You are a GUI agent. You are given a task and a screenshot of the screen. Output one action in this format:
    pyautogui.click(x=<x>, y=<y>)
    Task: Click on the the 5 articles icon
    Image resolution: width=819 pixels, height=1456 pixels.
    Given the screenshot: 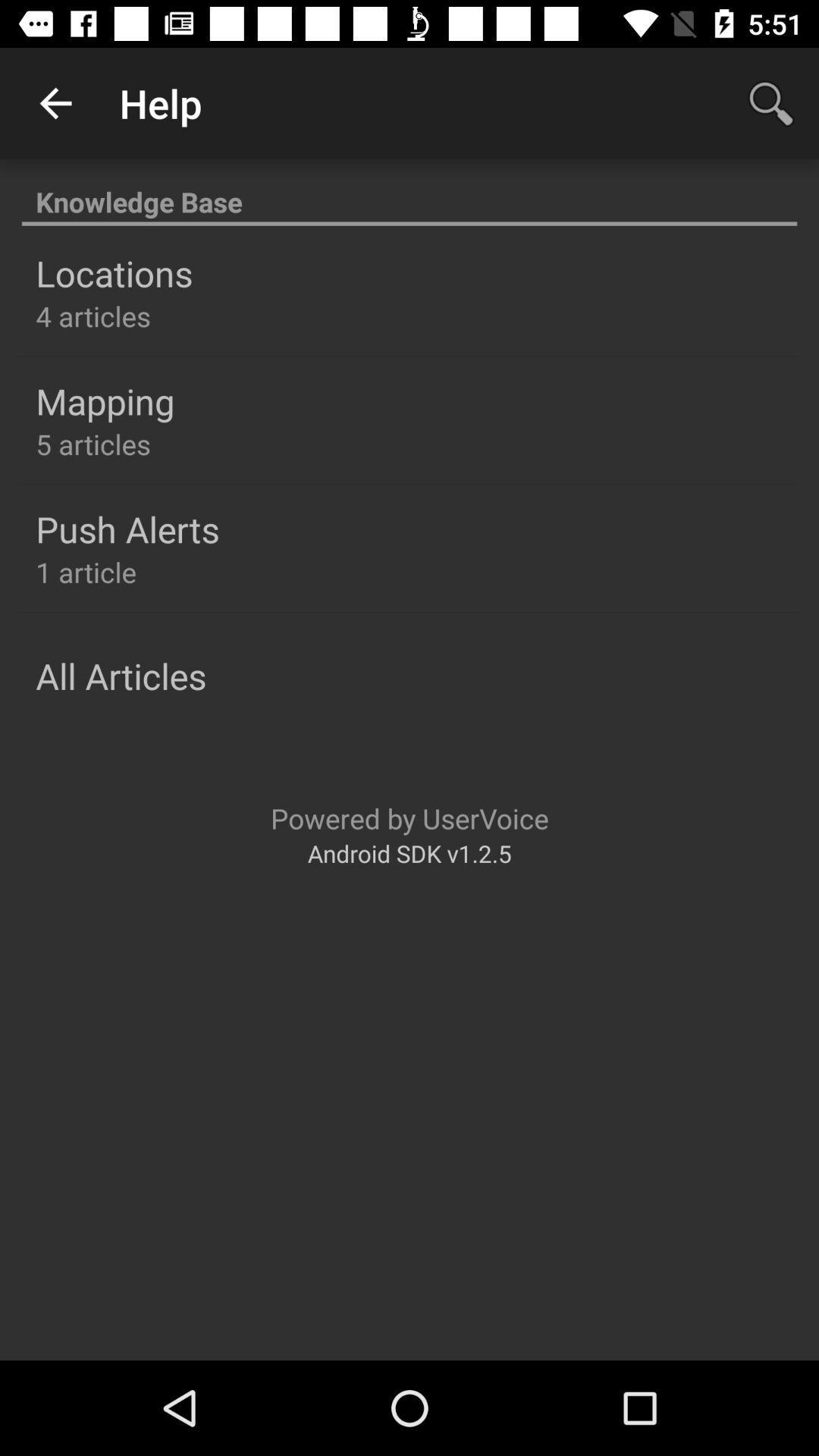 What is the action you would take?
    pyautogui.click(x=93, y=443)
    